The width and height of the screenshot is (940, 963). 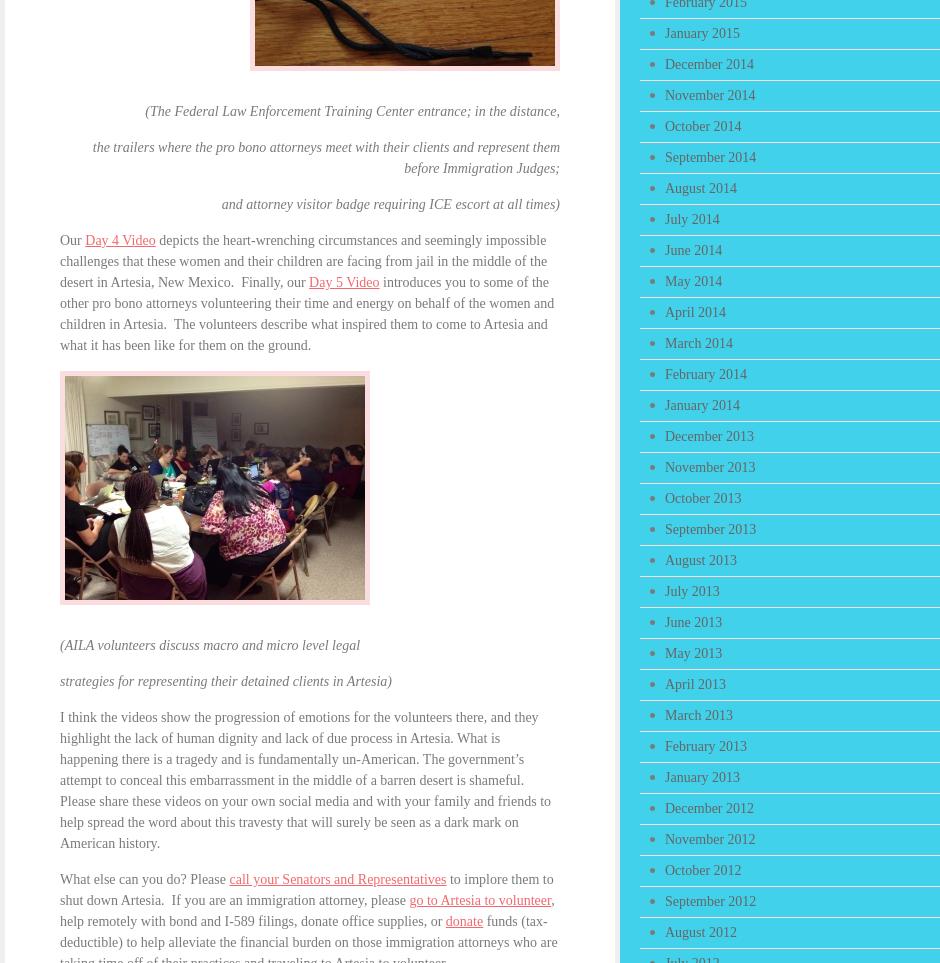 What do you see at coordinates (692, 280) in the screenshot?
I see `'May 2014'` at bounding box center [692, 280].